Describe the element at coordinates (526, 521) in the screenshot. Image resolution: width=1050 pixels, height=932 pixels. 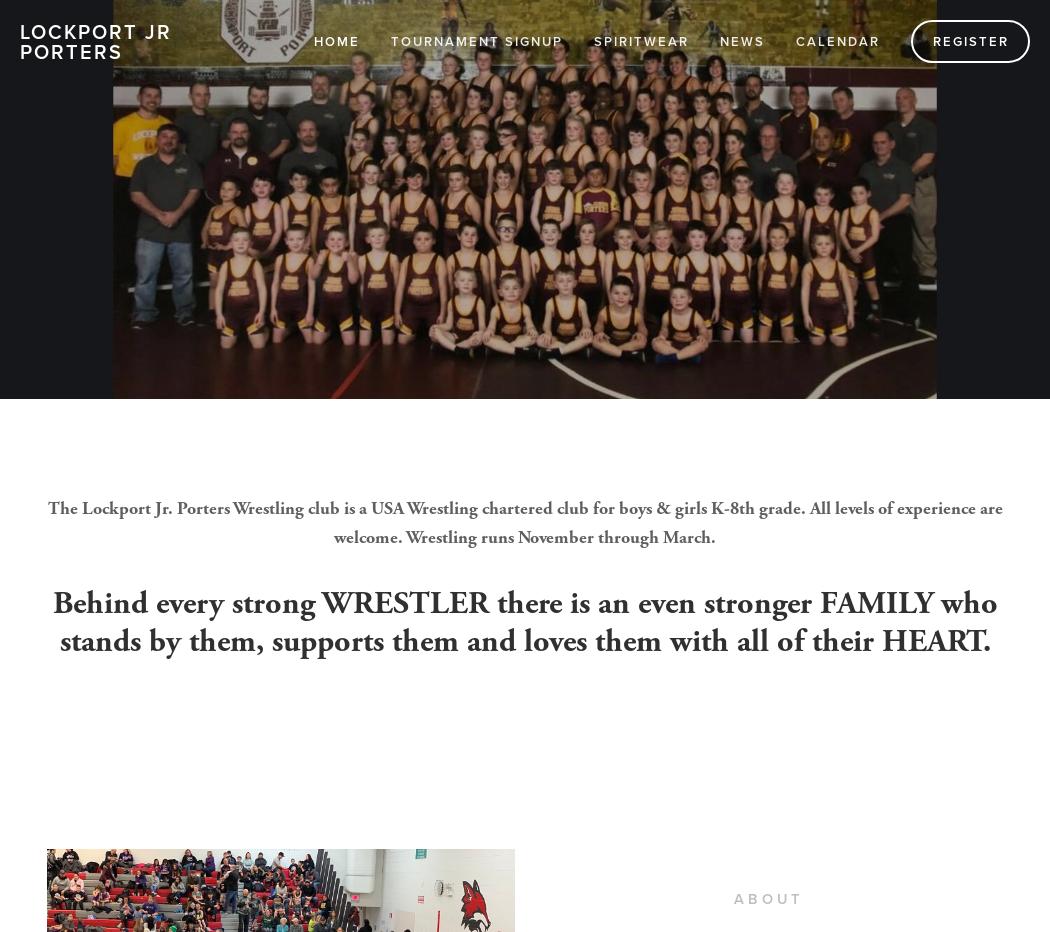
I see `'The Lockport Jr. Porters Wrestling club is a USA Wrestling chartered club for boys & girls K-8th grade. All levels of experience are welcome. Wrestling runs November through March.'` at that location.